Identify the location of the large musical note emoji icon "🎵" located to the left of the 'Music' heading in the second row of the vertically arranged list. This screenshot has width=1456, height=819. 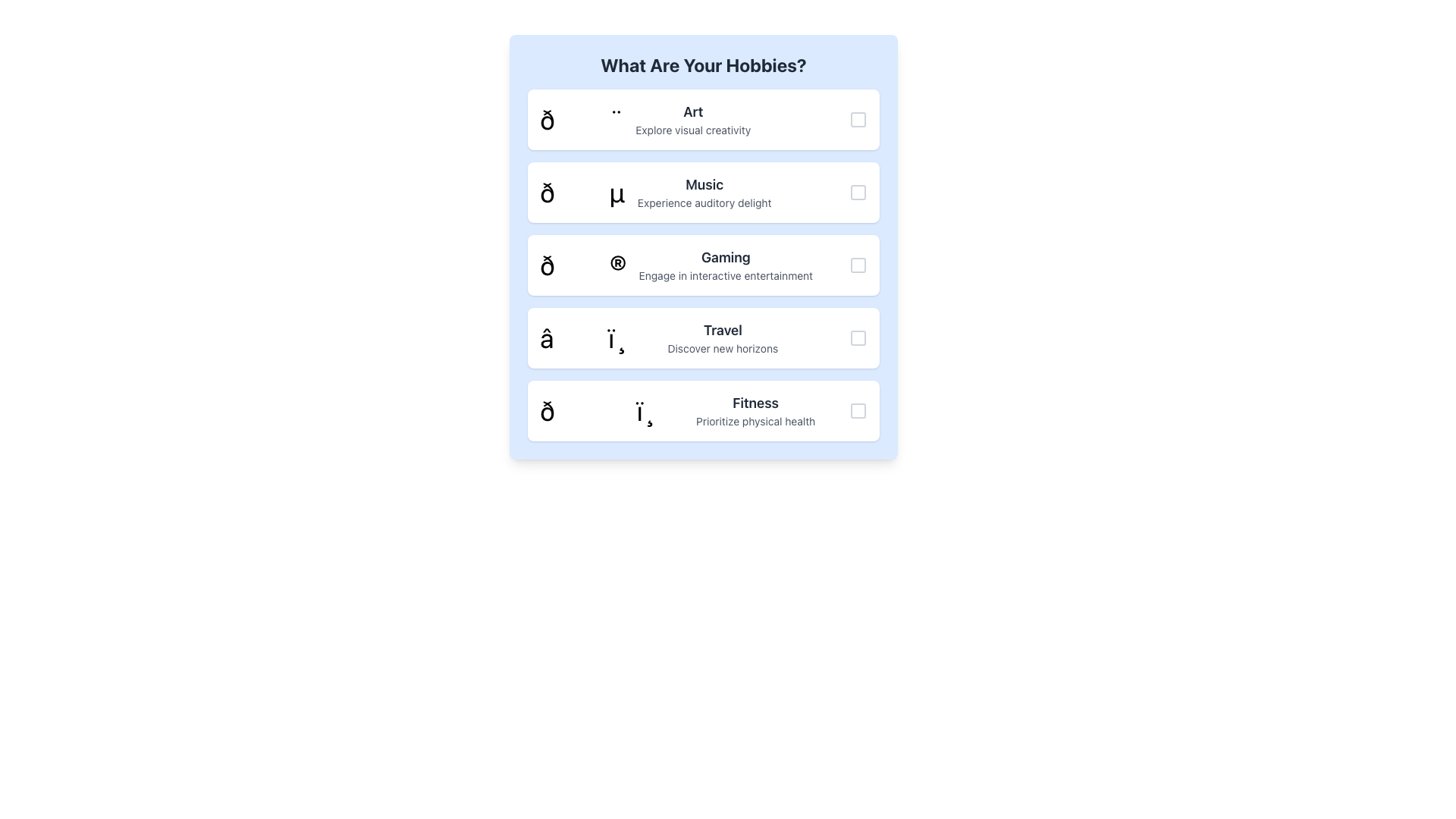
(582, 192).